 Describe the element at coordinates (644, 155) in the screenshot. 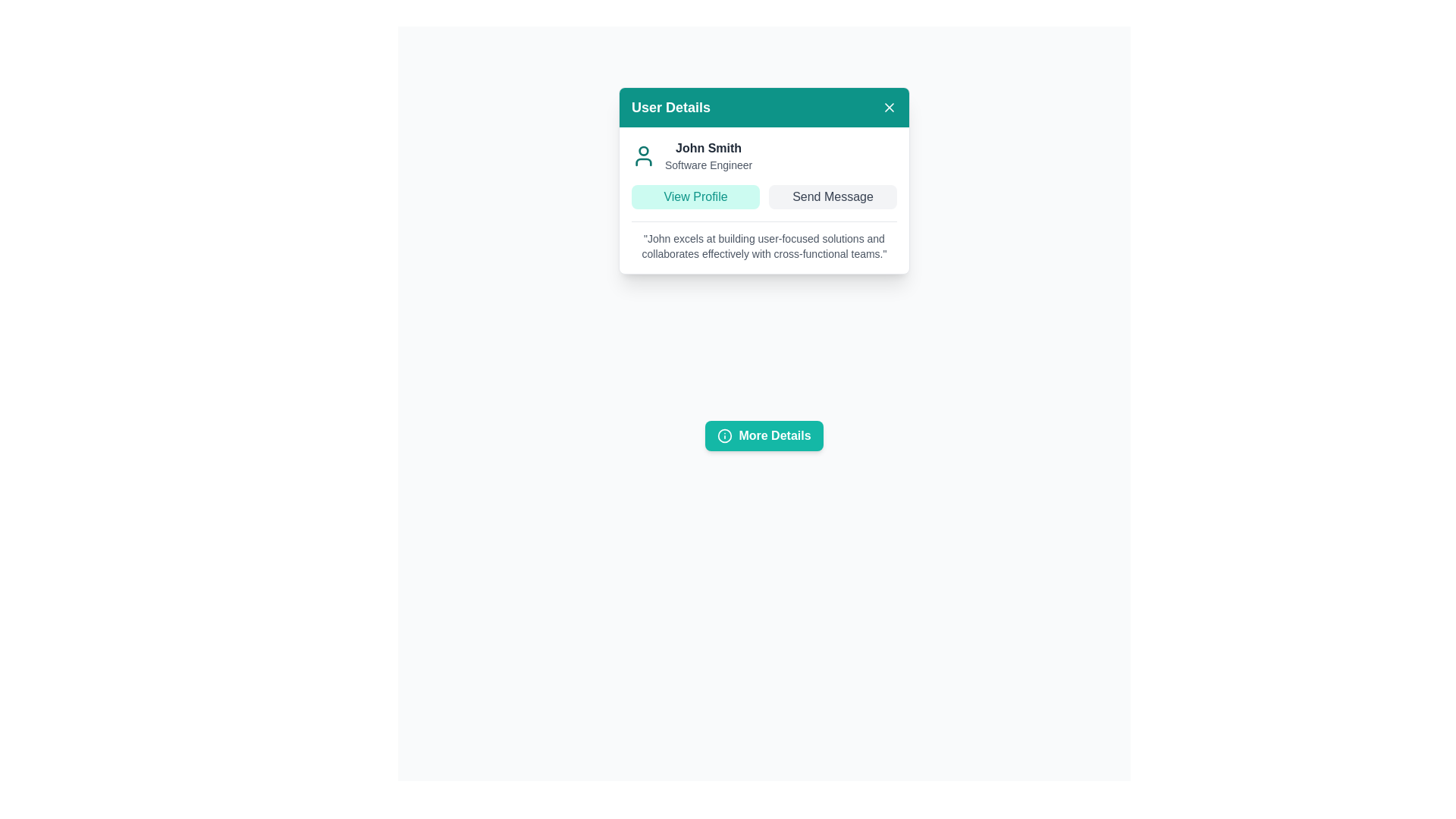

I see `the teal user icon located to the left of the user details section, before the name 'John Smith' and job title 'Software Engineer'` at that location.